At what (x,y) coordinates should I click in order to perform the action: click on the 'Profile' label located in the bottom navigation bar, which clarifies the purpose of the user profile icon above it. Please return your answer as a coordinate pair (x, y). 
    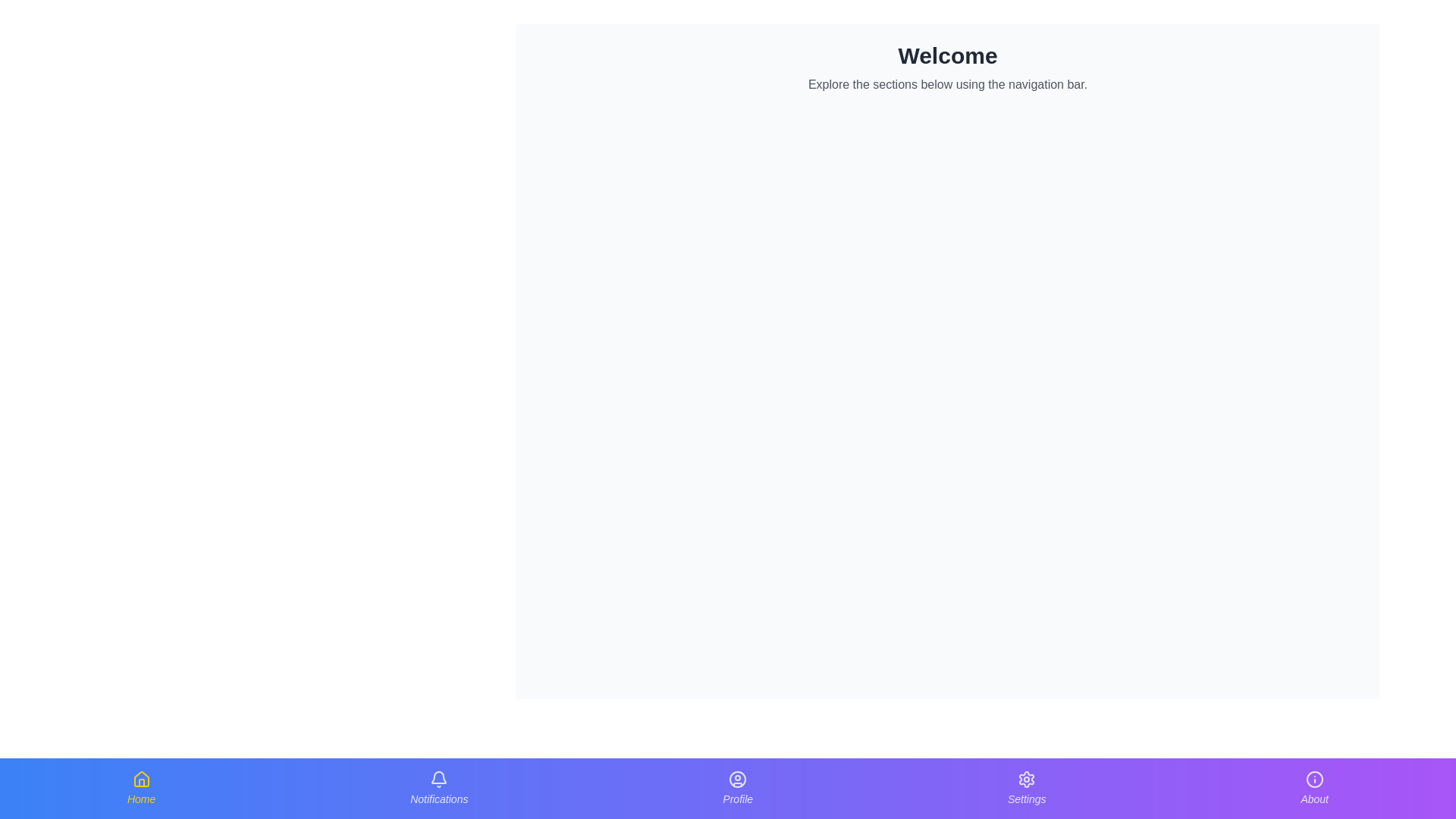
    Looking at the image, I should click on (738, 798).